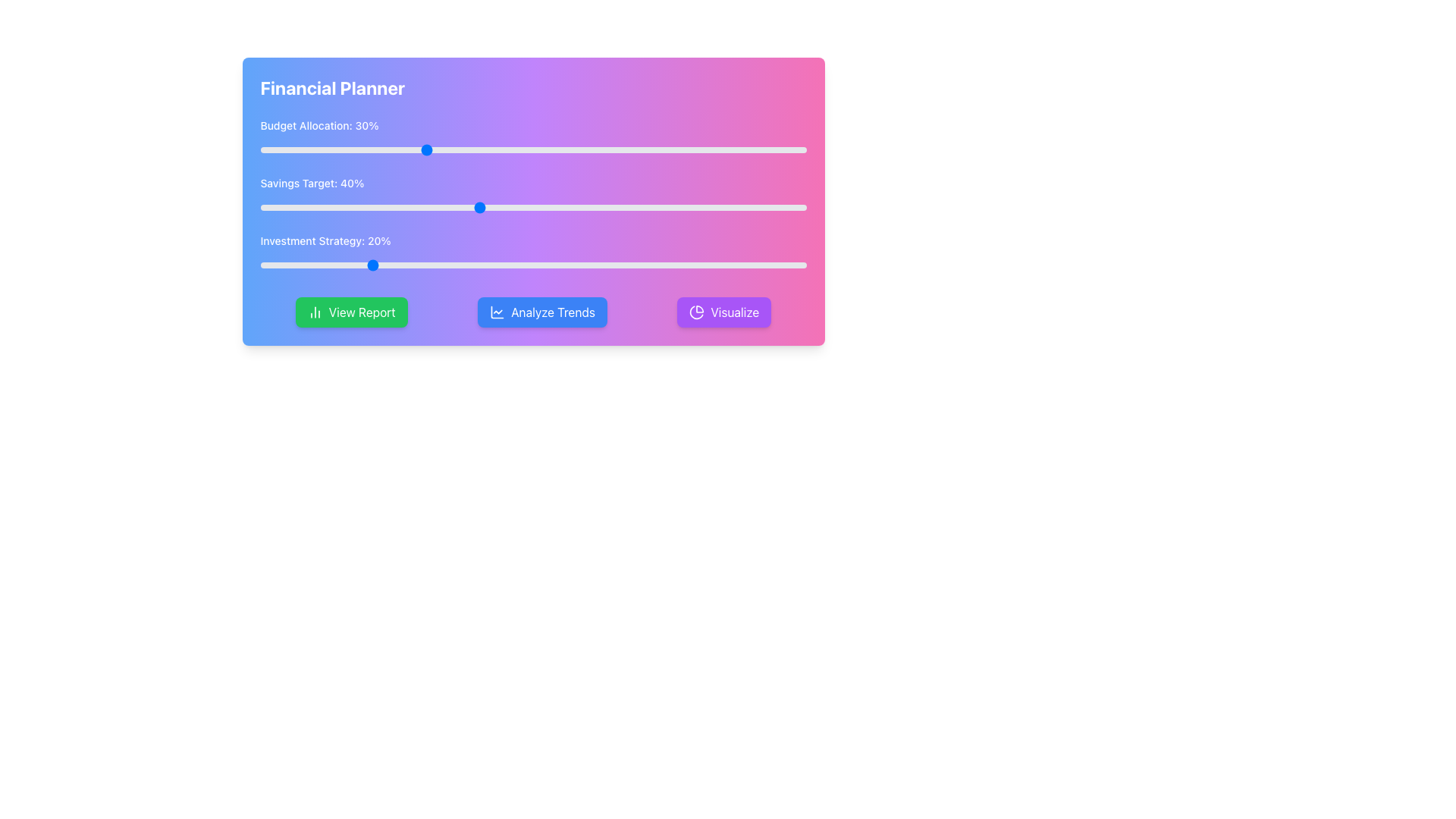 The image size is (1456, 819). Describe the element at coordinates (723, 312) in the screenshot. I see `the 'Visualize' button, which has a purple background and white text, located at the rightmost position in the horizontal group of three buttons at the bottom section of the interface` at that location.